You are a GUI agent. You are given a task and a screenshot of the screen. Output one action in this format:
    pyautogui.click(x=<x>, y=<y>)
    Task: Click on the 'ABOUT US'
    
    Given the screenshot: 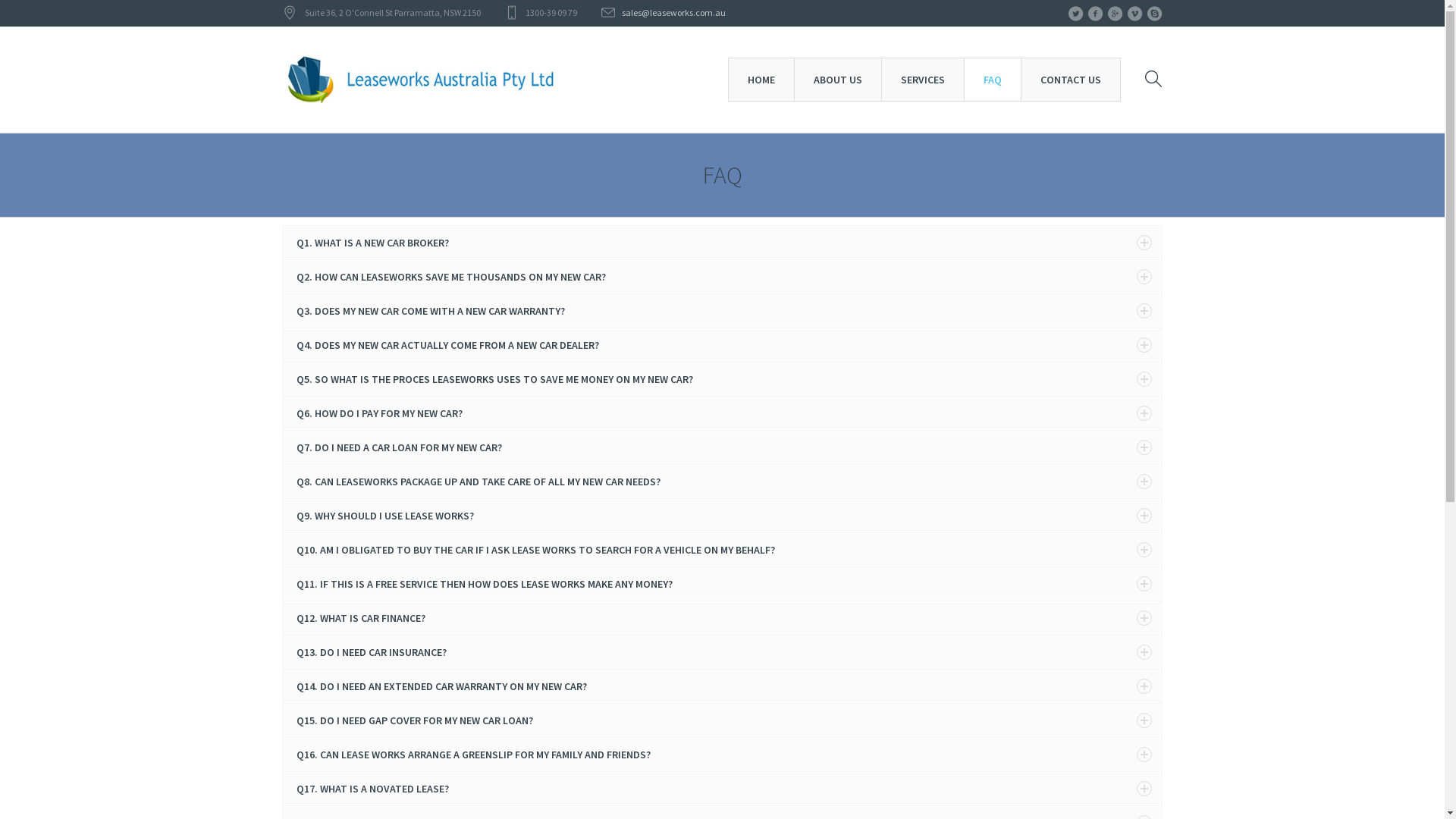 What is the action you would take?
    pyautogui.click(x=792, y=79)
    